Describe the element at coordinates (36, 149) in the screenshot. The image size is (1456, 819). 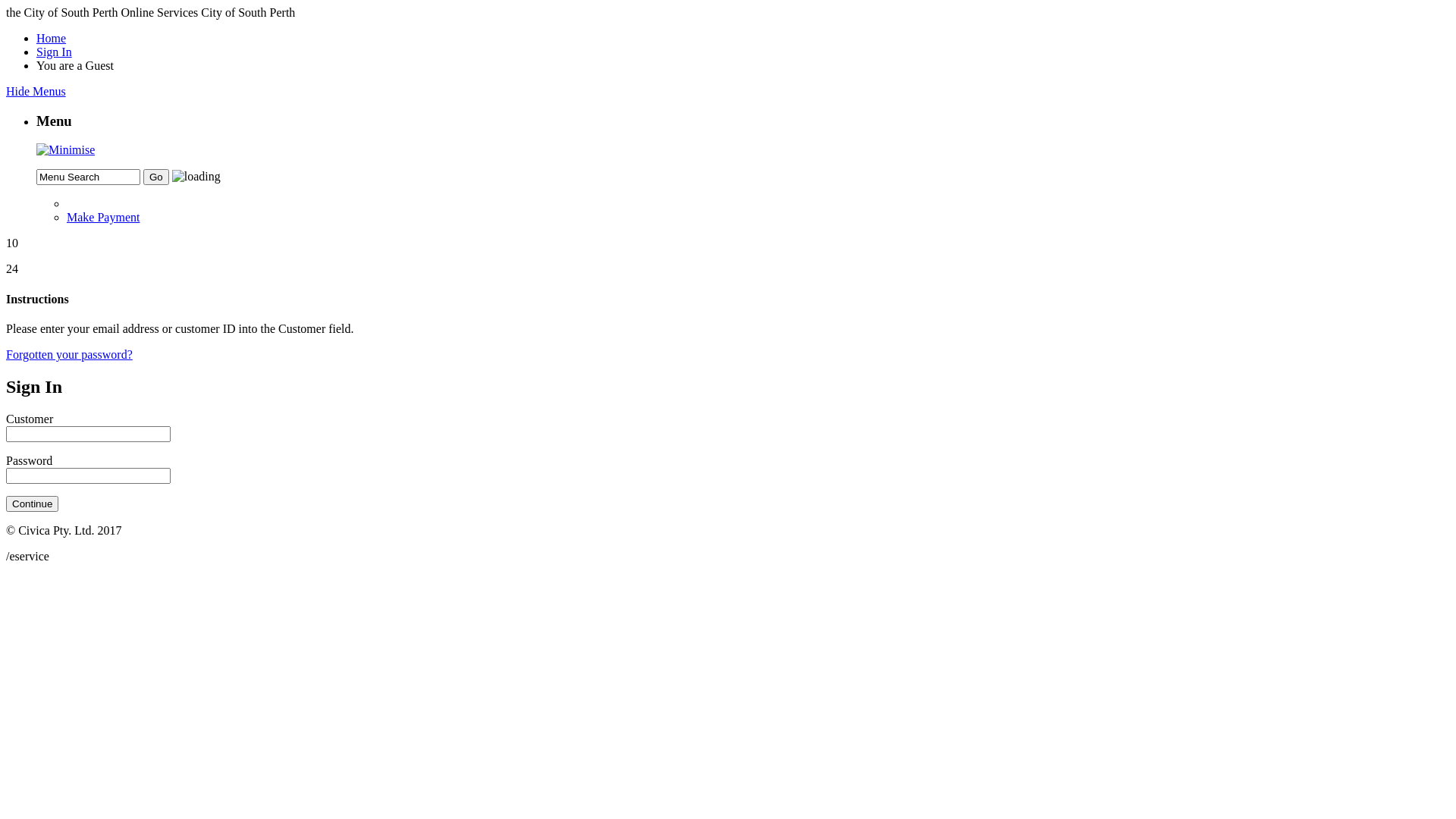
I see `'Minimise Panel'` at that location.